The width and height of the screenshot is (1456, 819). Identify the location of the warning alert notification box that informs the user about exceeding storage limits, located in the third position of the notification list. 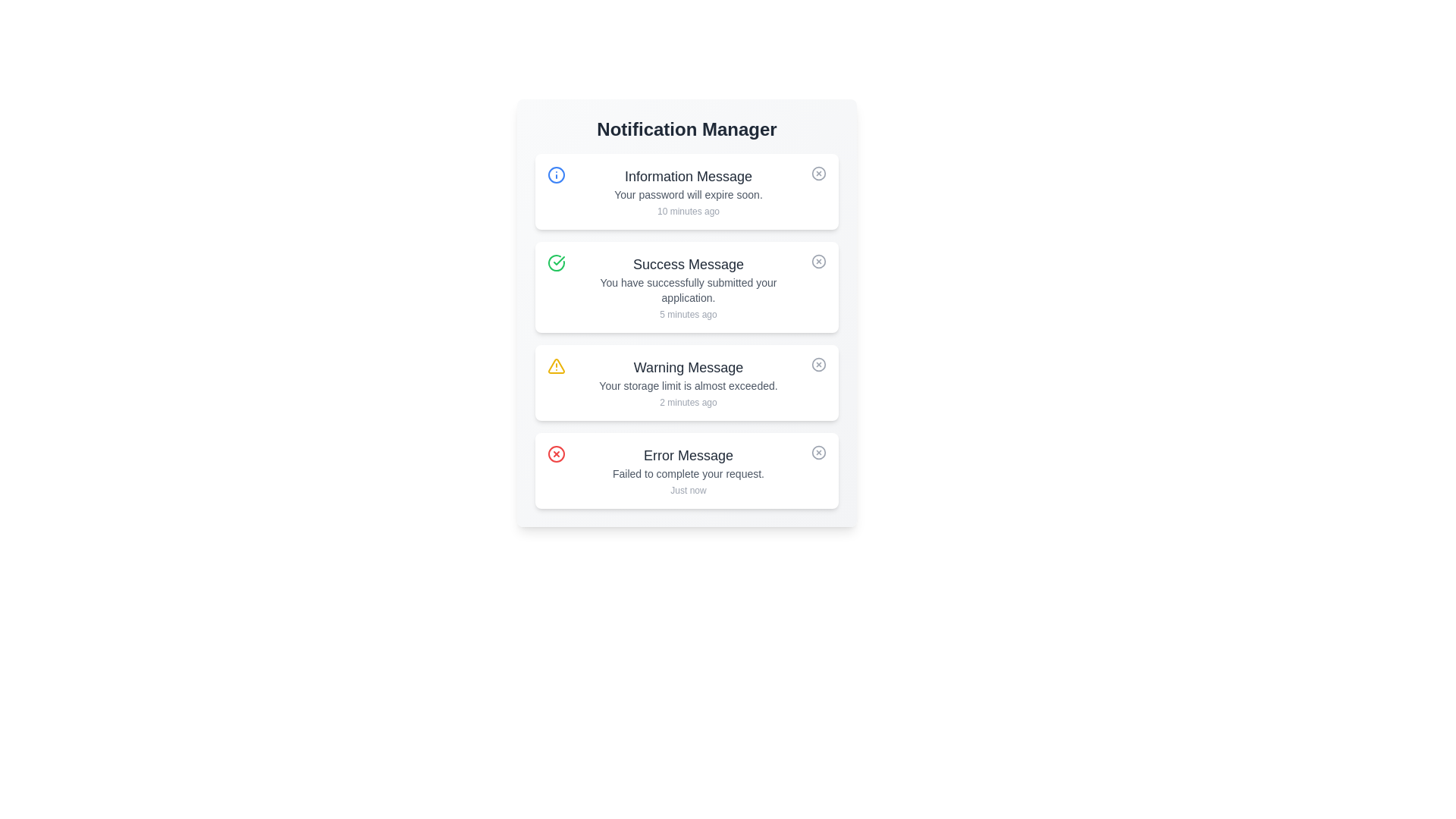
(687, 382).